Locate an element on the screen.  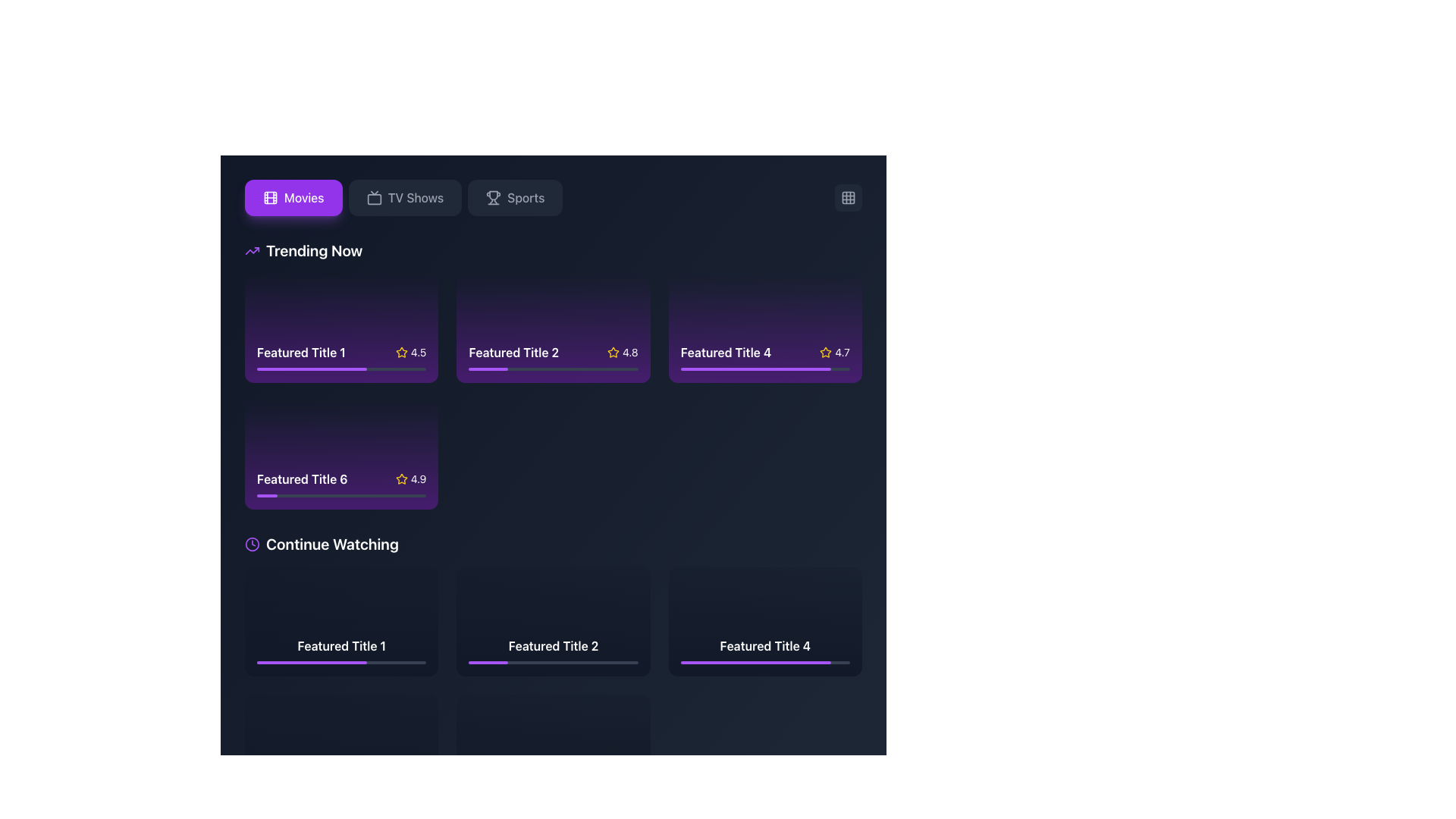
the rating value displayed with a yellow star icon and the text '4.9' in the 'Trending Now' section under the 'Movies' tab, located at the bottom left corner of the 'Featured Title 6' card is located at coordinates (411, 479).